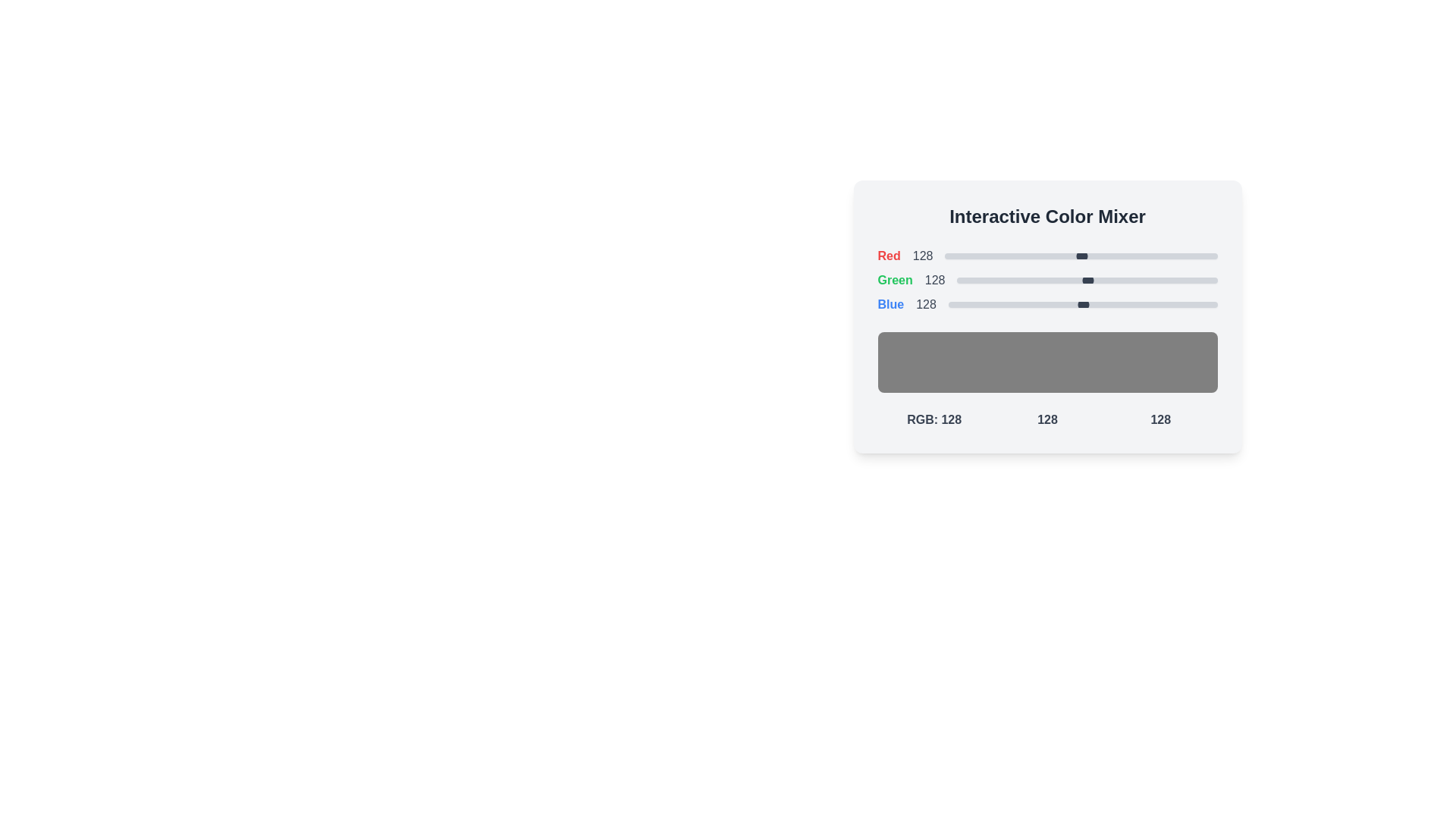 Image resolution: width=1456 pixels, height=819 pixels. Describe the element at coordinates (1184, 304) in the screenshot. I see `the blue value` at that location.